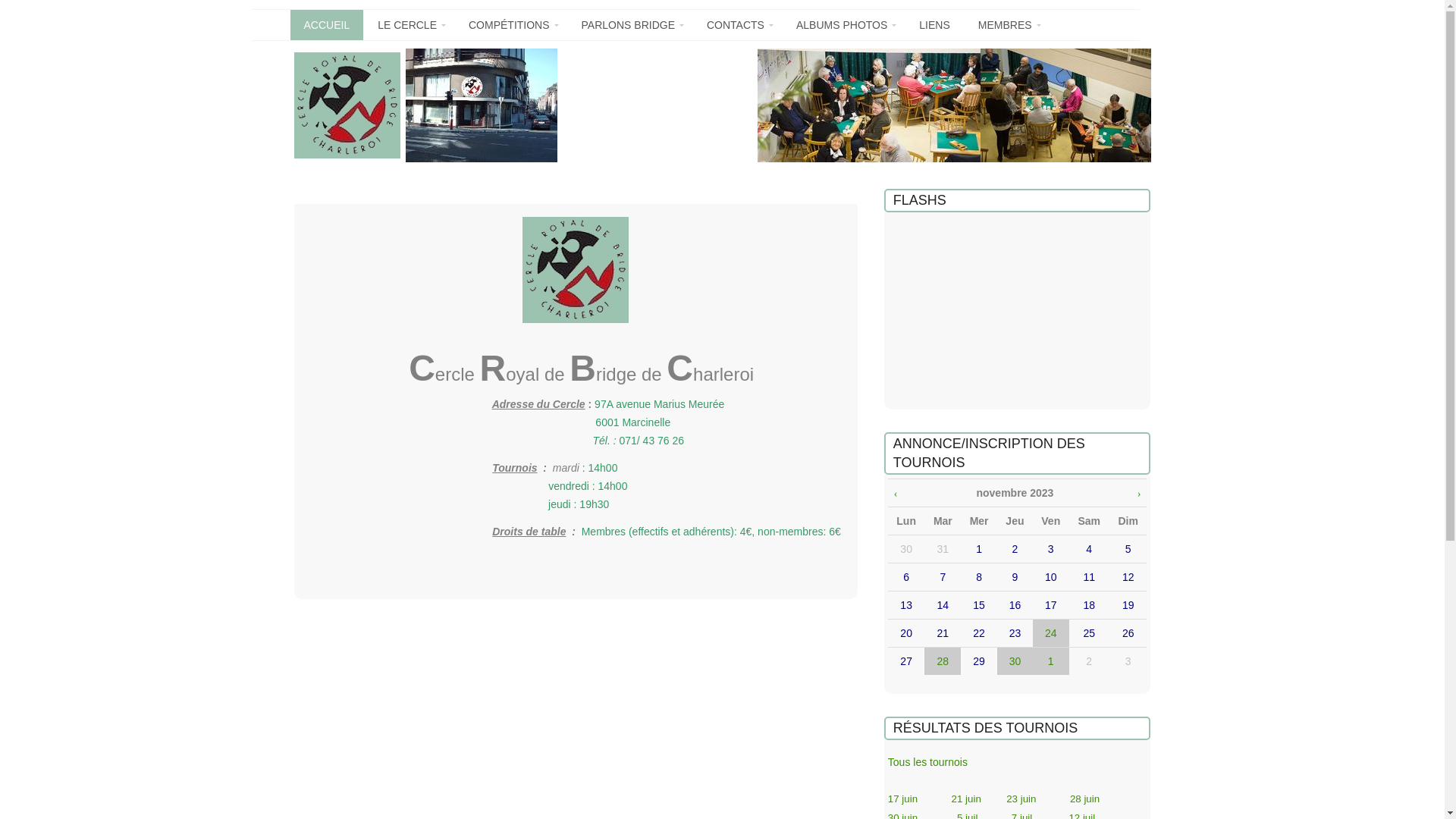 The image size is (1456, 819). I want to click on '6001 Marcinell', so click(629, 422).